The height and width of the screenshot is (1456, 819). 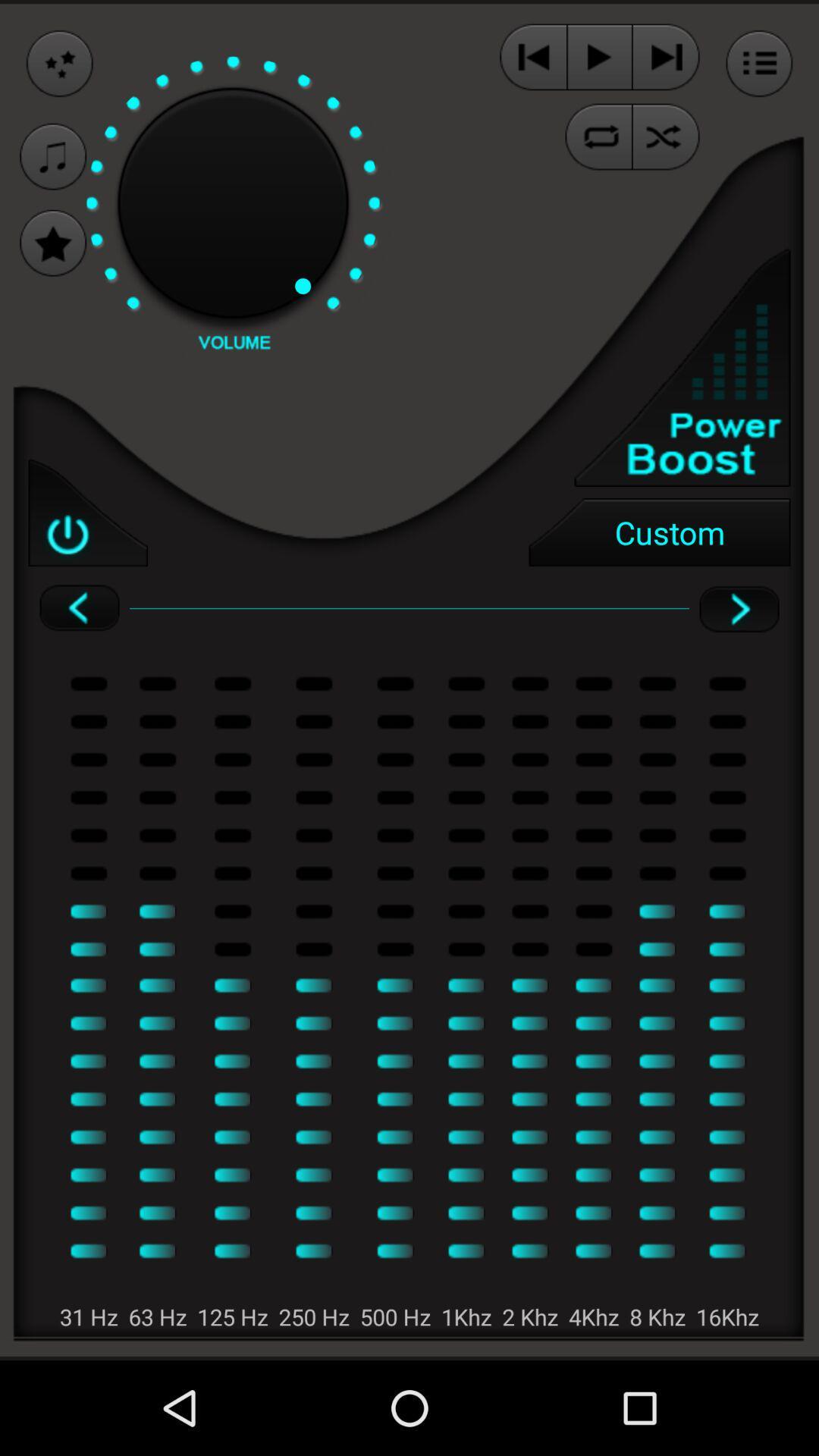 I want to click on the star icon, so click(x=52, y=260).